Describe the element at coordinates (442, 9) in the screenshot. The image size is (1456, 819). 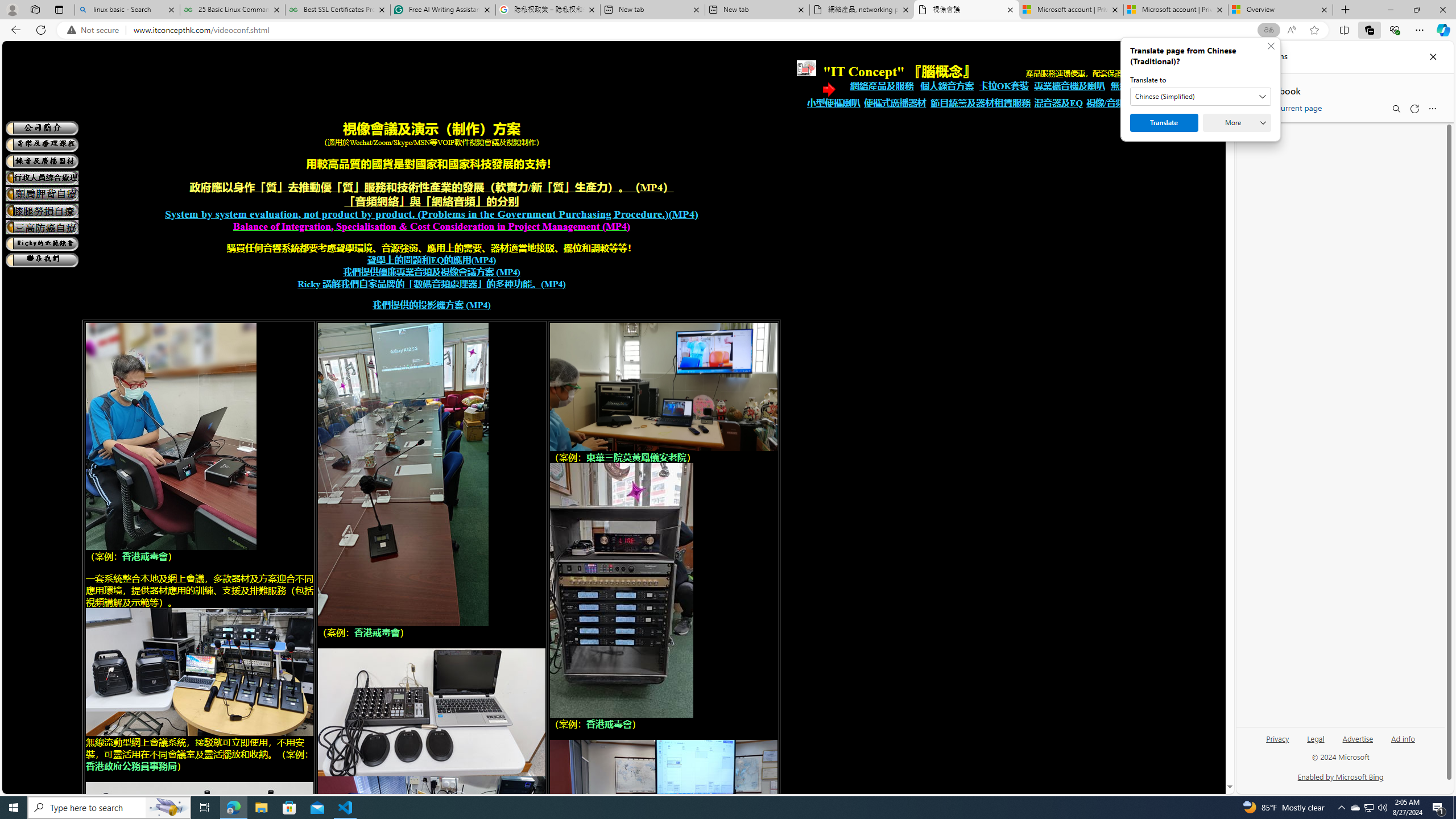
I see `'Free AI Writing Assistance for Students | Grammarly'` at that location.